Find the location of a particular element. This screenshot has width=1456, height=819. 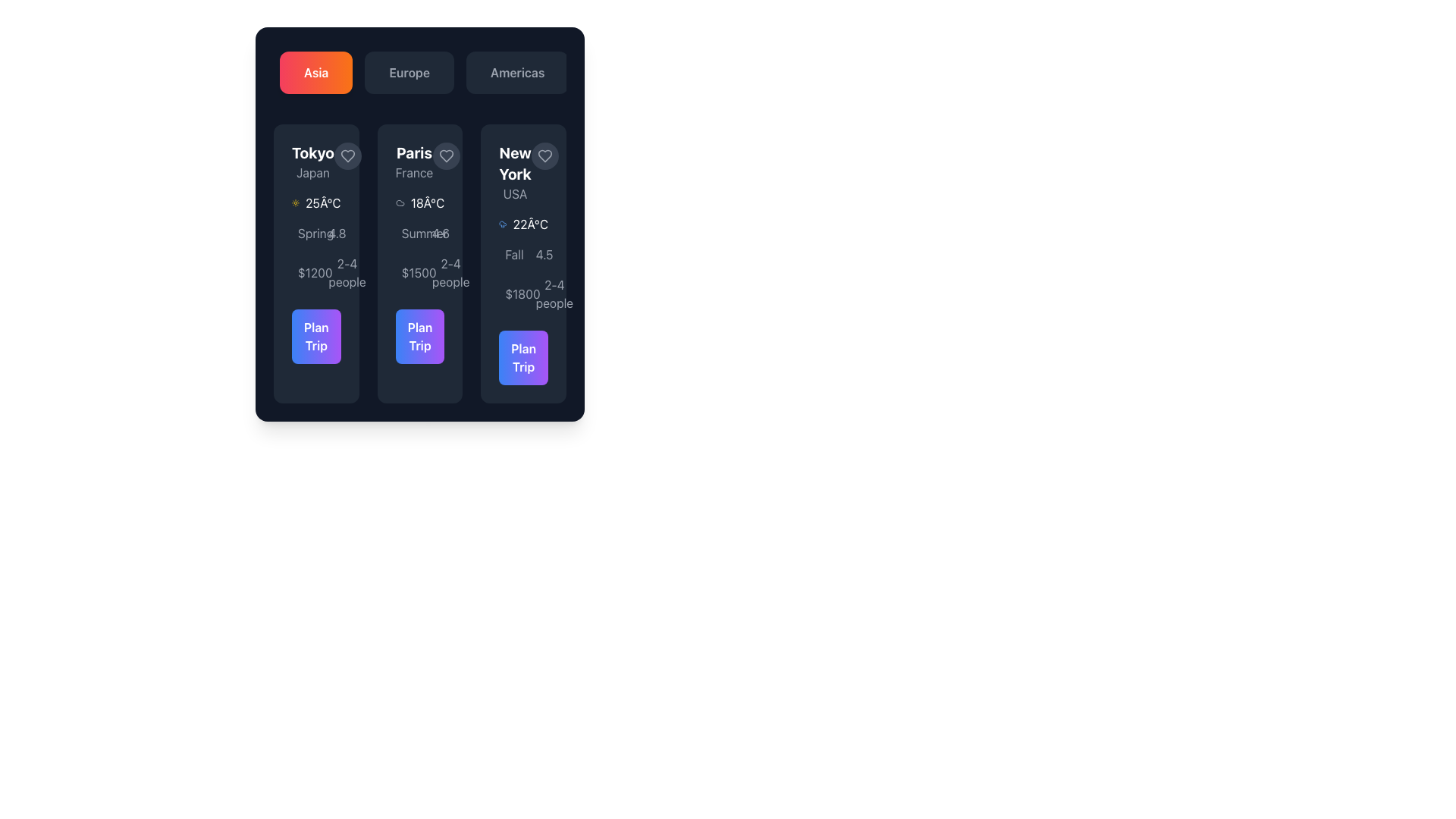

the 'Asia' tab in the Tab Bar is located at coordinates (419, 73).